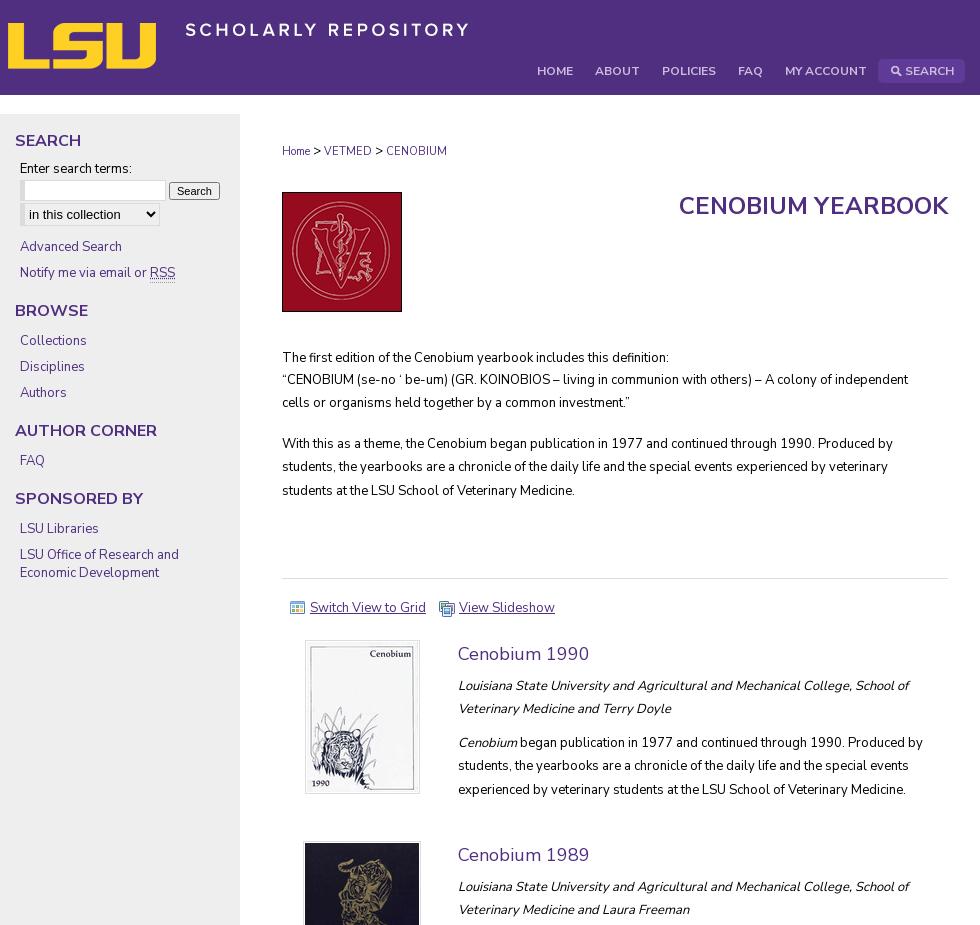 The width and height of the screenshot is (980, 925). Describe the element at coordinates (86, 429) in the screenshot. I see `'Author Corner'` at that location.